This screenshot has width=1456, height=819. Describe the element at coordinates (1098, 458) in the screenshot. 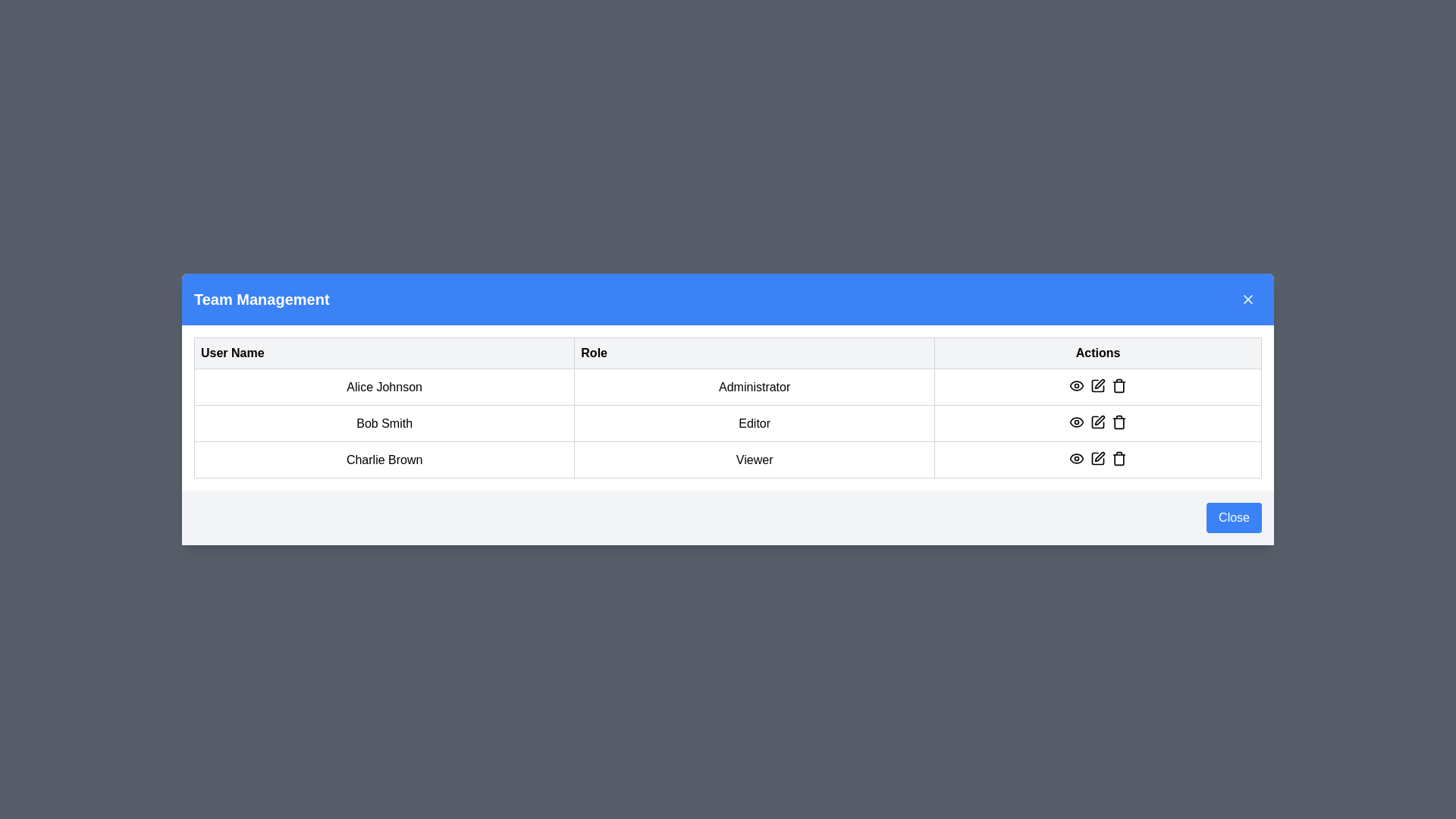

I see `the edit icon located in the 'Actions' column of the row corresponding to 'Charlie Brown', which is situated between an eye icon on the left and a trash icon on the right` at that location.